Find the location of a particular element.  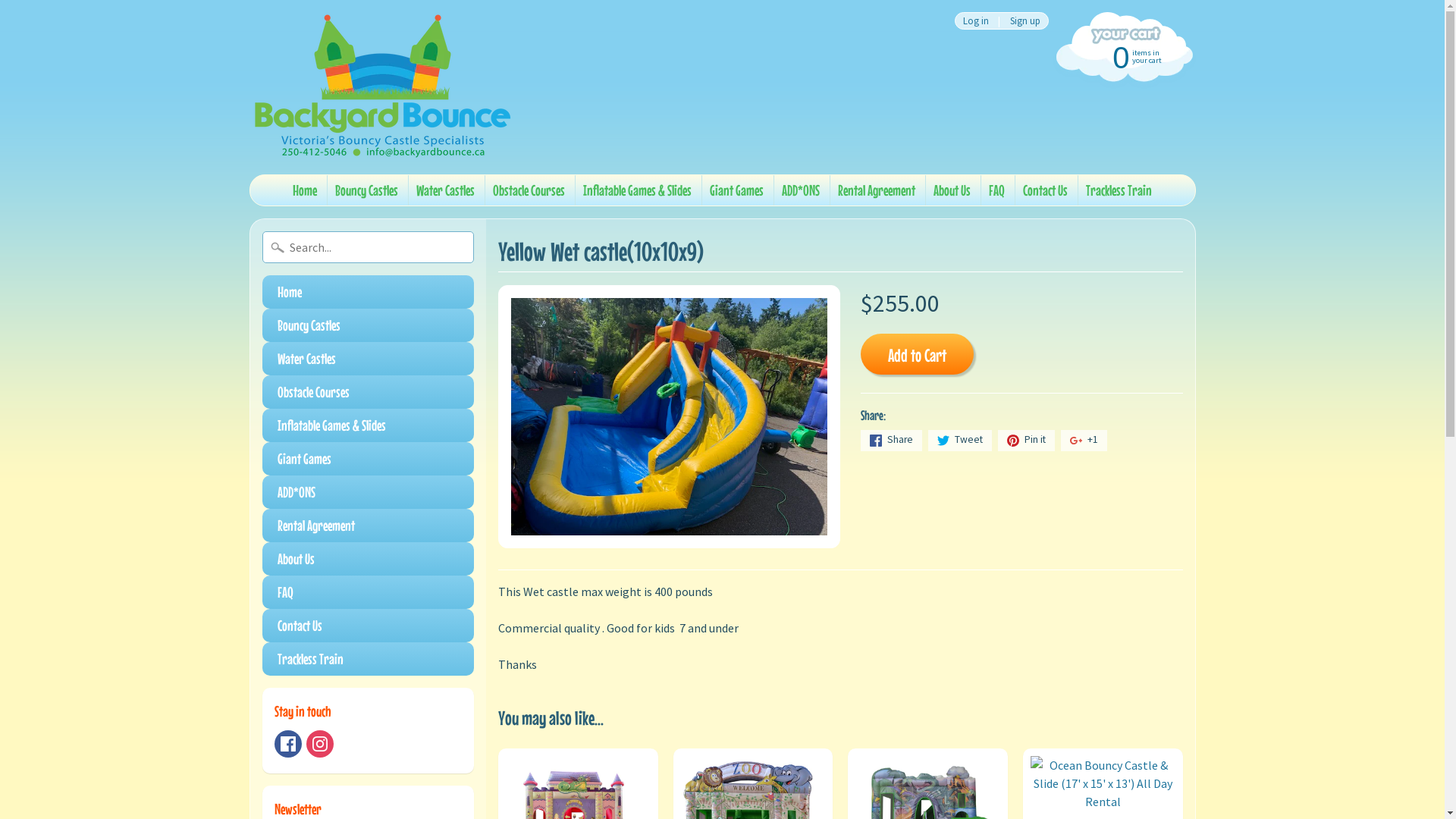

'Sign up' is located at coordinates (1025, 20).